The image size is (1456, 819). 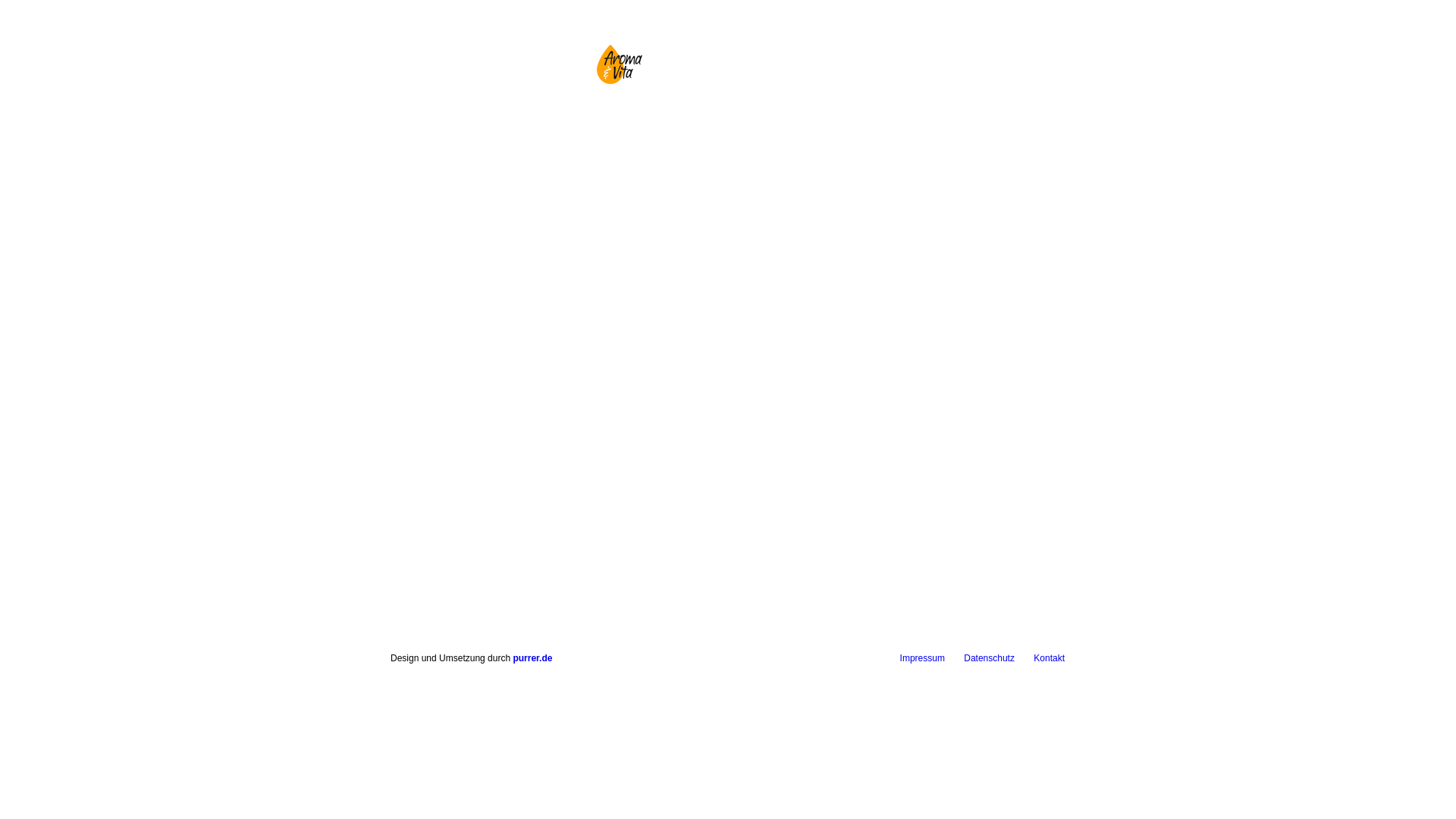 I want to click on 'purrer.de', so click(x=532, y=657).